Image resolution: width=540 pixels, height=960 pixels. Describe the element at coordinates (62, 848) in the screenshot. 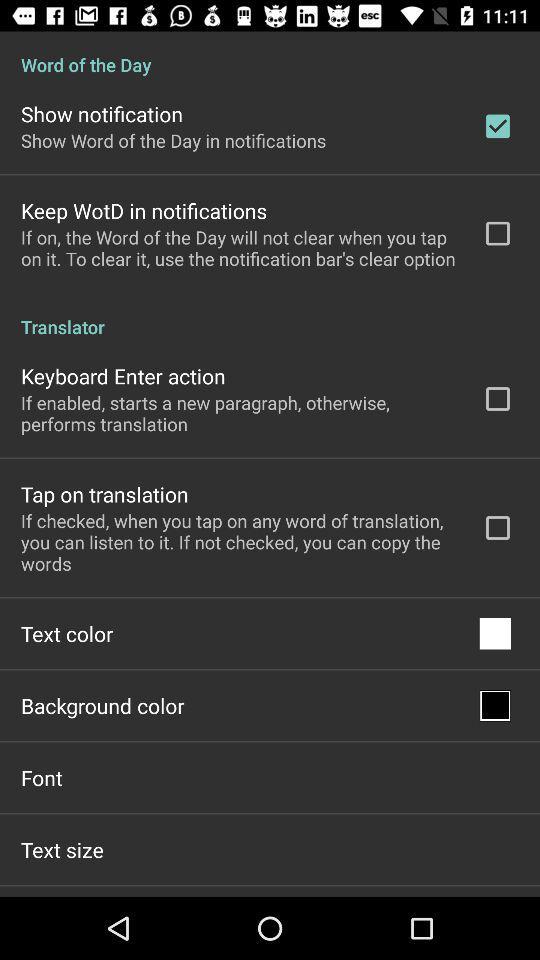

I see `app below the font` at that location.